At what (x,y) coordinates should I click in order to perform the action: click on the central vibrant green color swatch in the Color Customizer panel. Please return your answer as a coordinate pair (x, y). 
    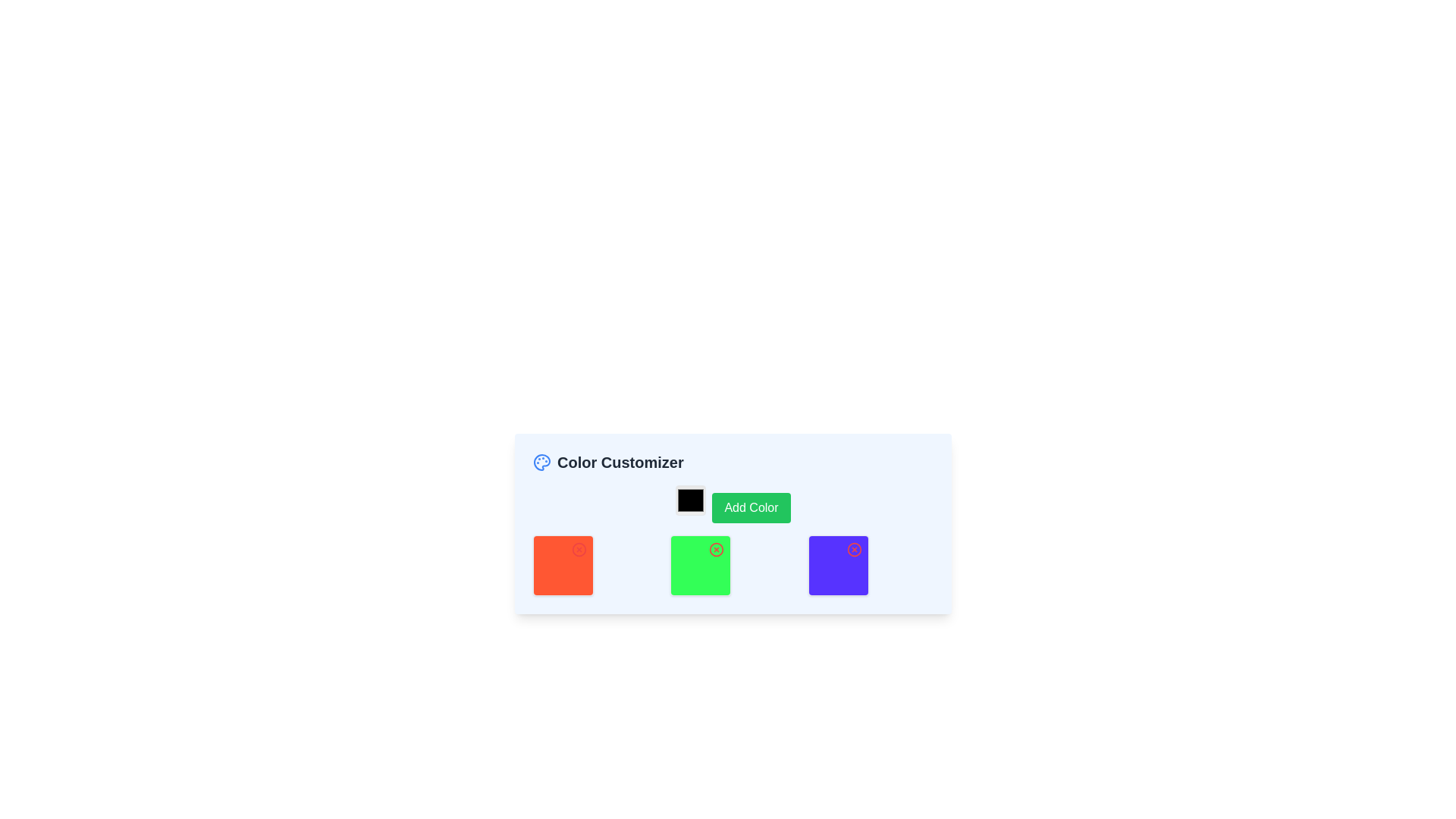
    Looking at the image, I should click on (700, 565).